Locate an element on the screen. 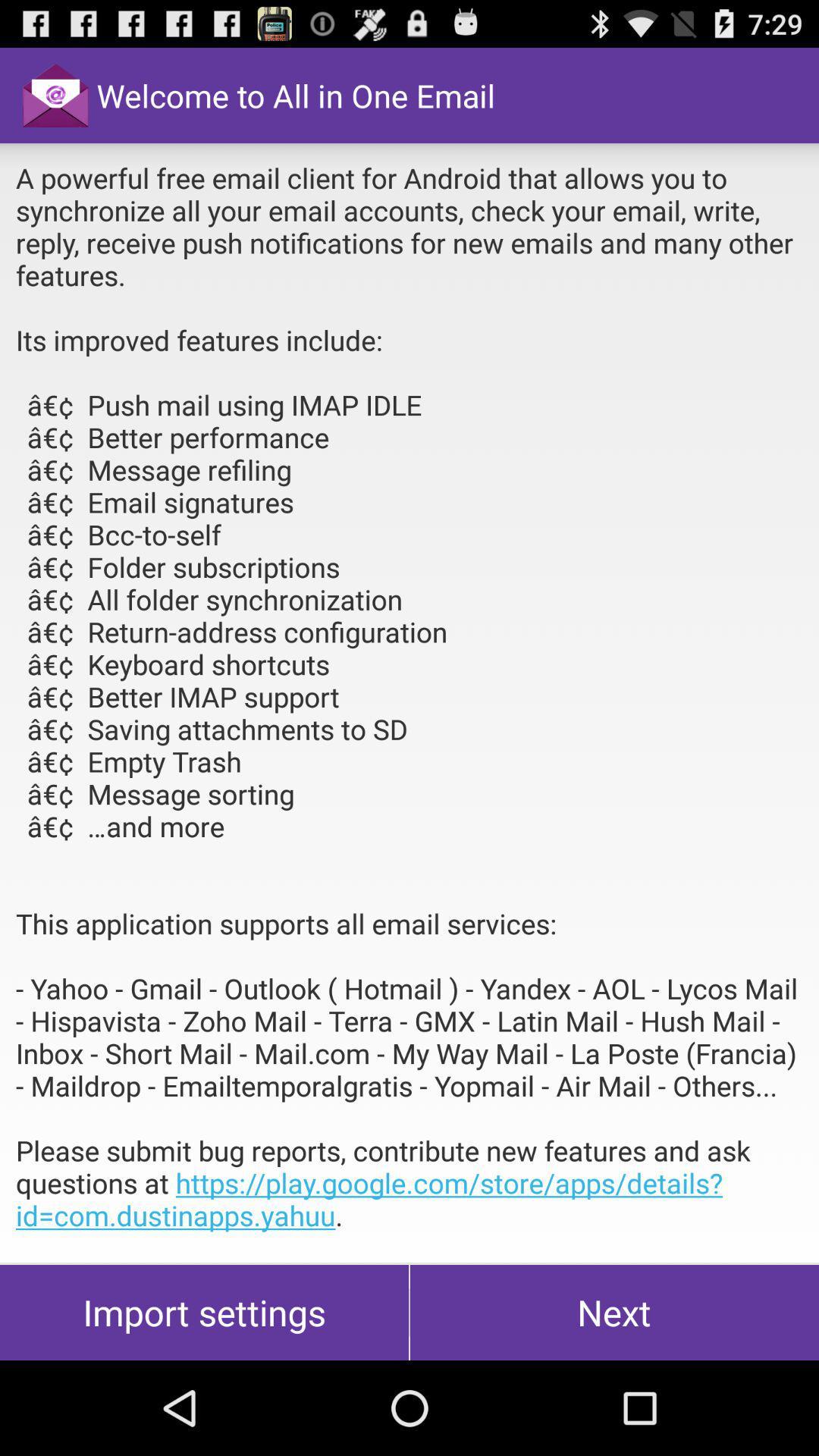  the item at the center is located at coordinates (409, 701).